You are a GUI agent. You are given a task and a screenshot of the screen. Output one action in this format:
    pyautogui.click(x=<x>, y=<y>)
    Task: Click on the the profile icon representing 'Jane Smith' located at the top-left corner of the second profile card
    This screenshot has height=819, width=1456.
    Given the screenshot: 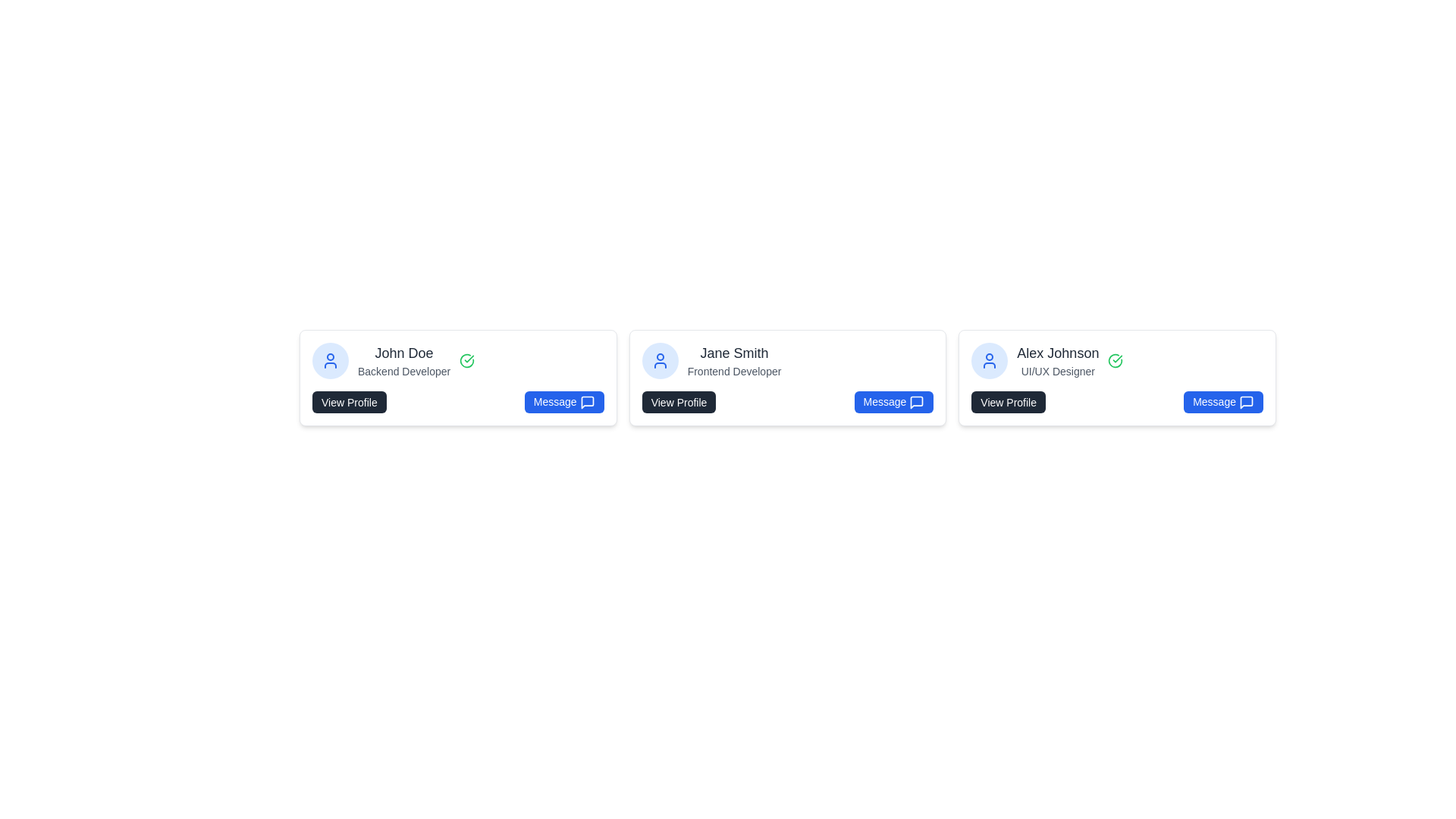 What is the action you would take?
    pyautogui.click(x=660, y=360)
    